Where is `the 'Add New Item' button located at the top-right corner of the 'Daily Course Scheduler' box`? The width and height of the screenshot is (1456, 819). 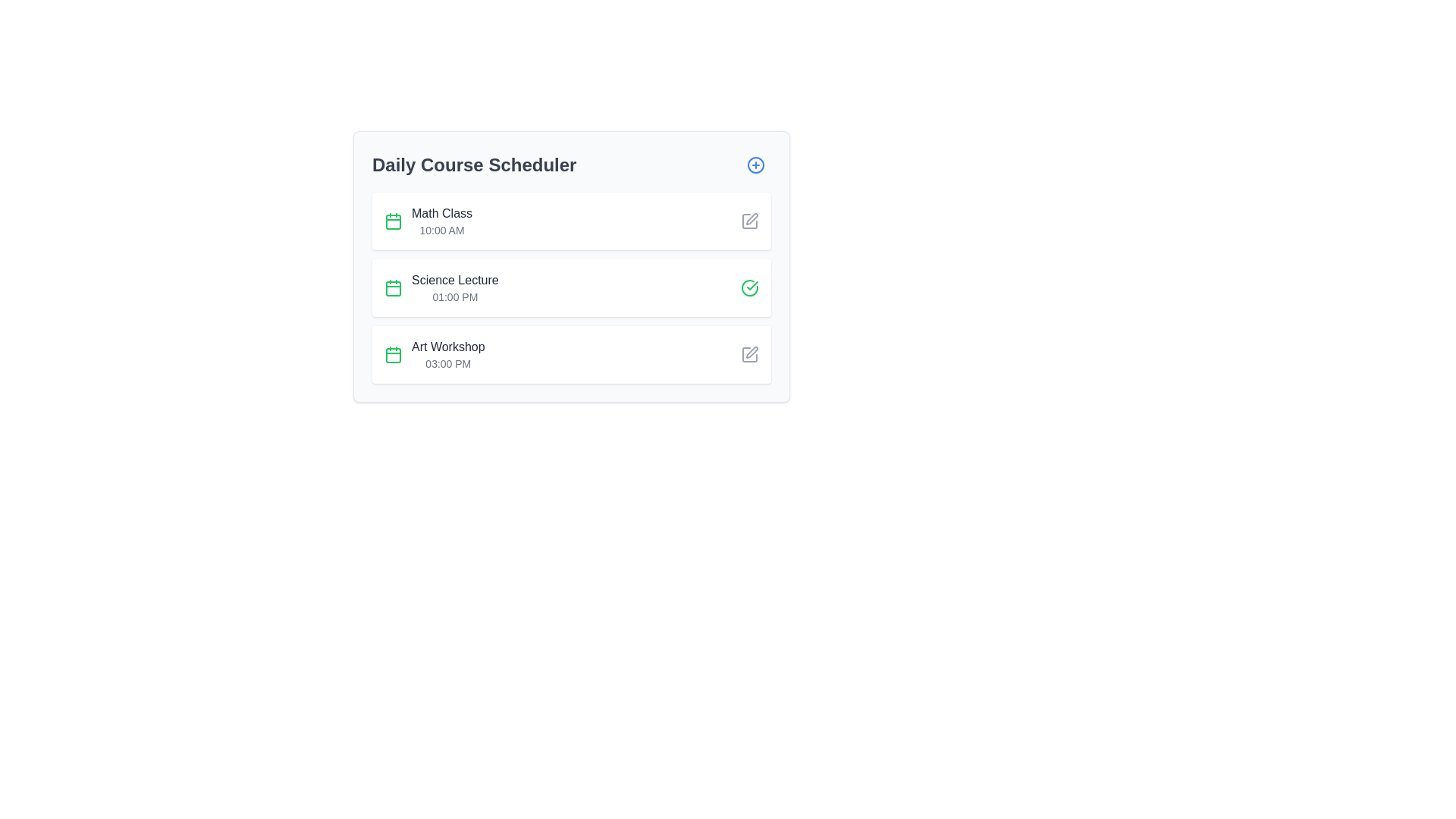
the 'Add New Item' button located at the top-right corner of the 'Daily Course Scheduler' box is located at coordinates (756, 165).